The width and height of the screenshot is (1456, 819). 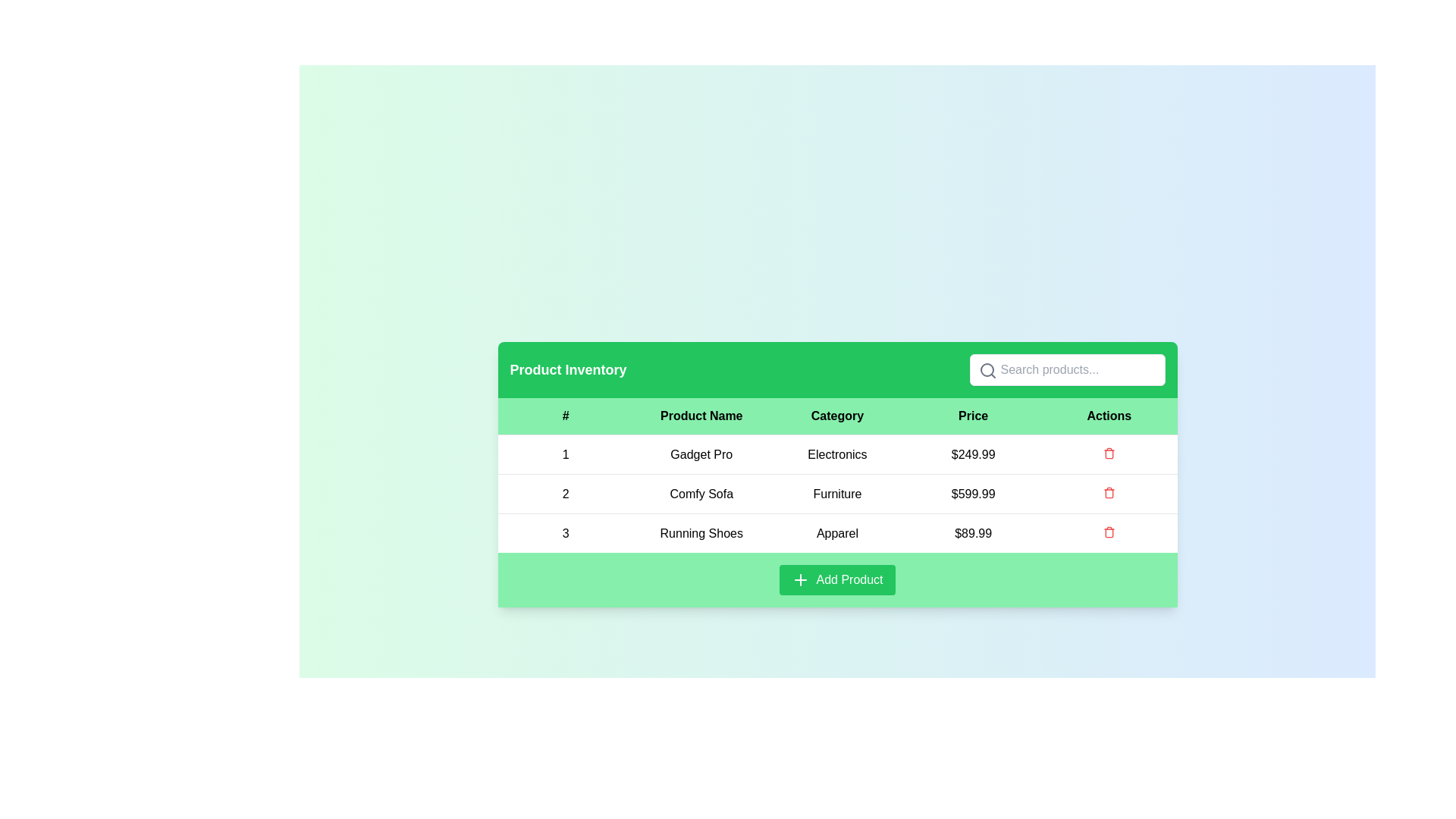 What do you see at coordinates (973, 494) in the screenshot?
I see `the static text display field that shows the price of the 'Comfy Sofa' in the second row of the table in the 'Price' column` at bounding box center [973, 494].